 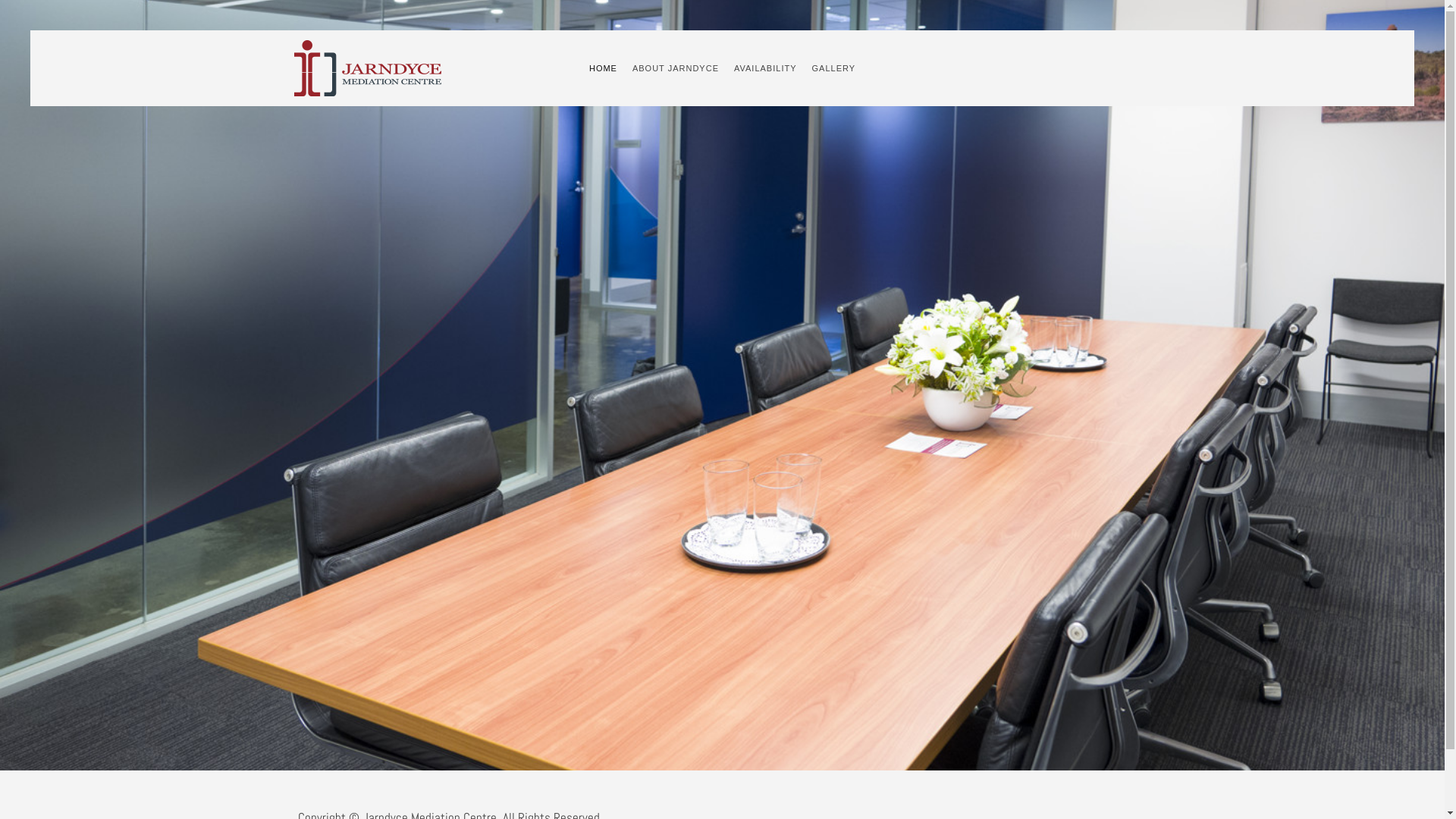 I want to click on 'GALLERY', so click(x=833, y=67).